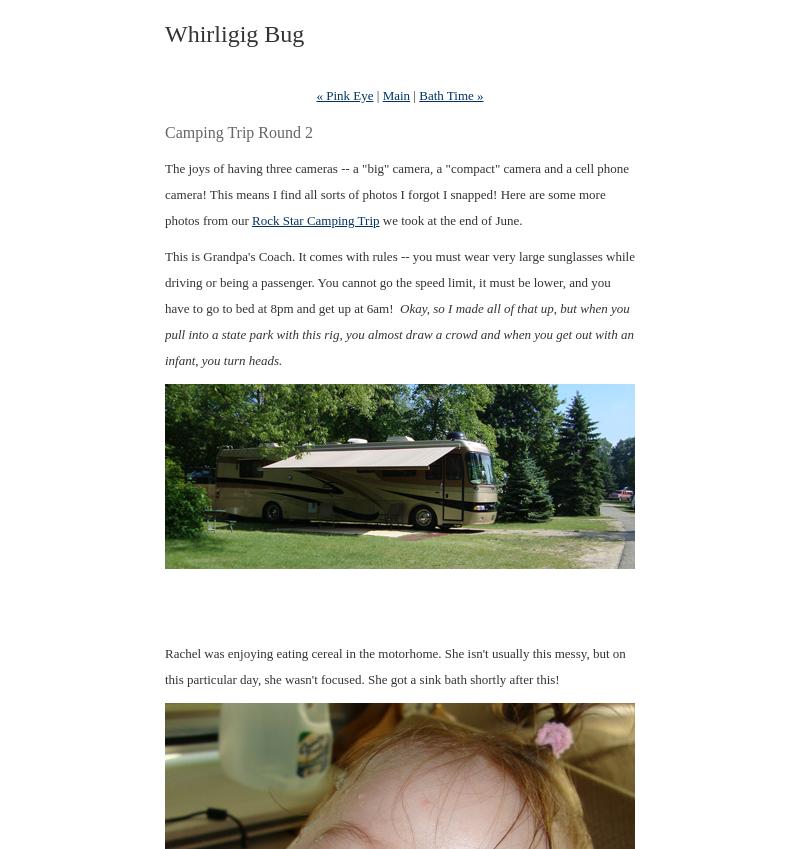  I want to click on 'Rock Star Camping Trip', so click(314, 219).